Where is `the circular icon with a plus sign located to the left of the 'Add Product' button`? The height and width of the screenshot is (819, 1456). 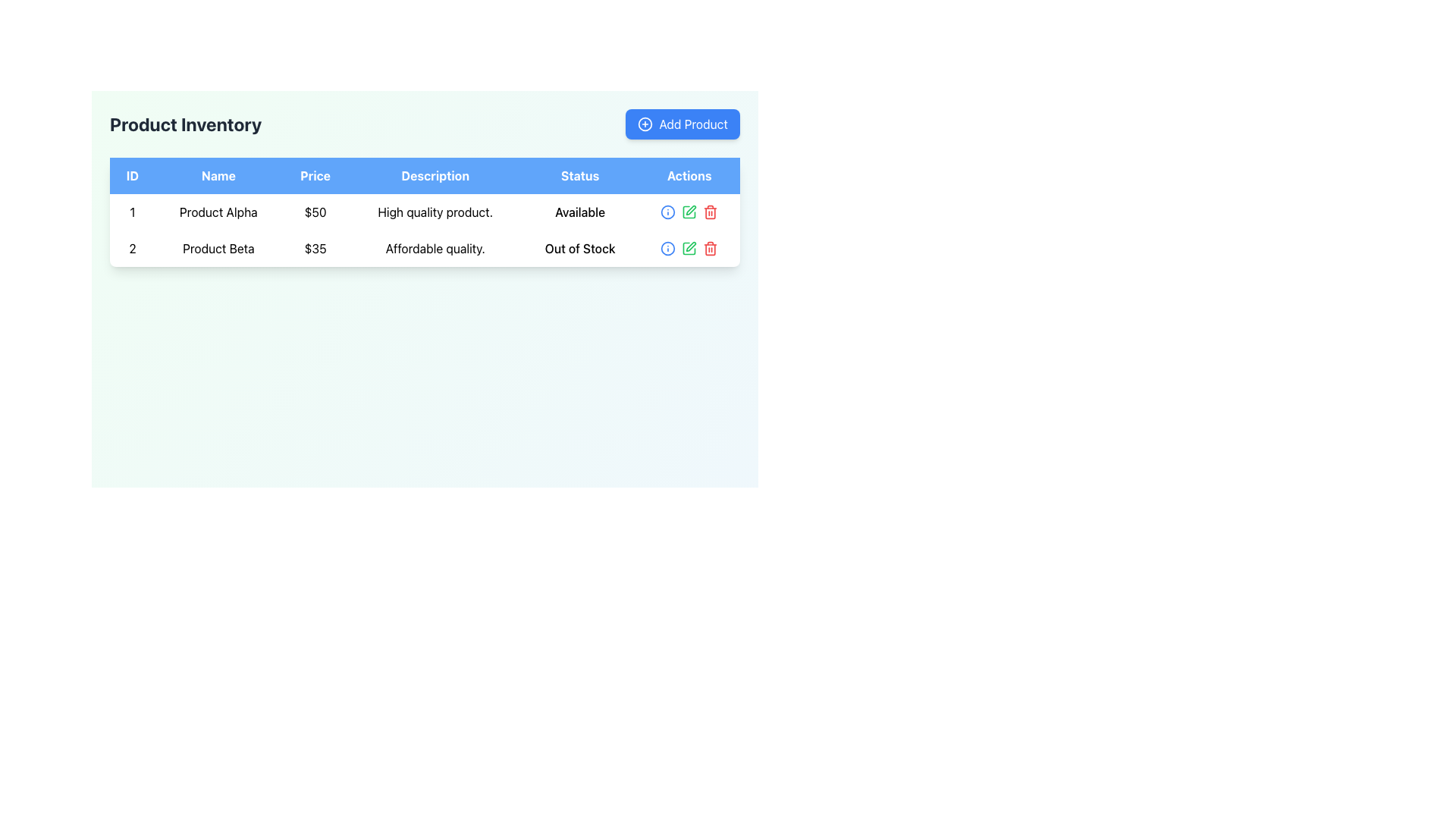
the circular icon with a plus sign located to the left of the 'Add Product' button is located at coordinates (645, 124).